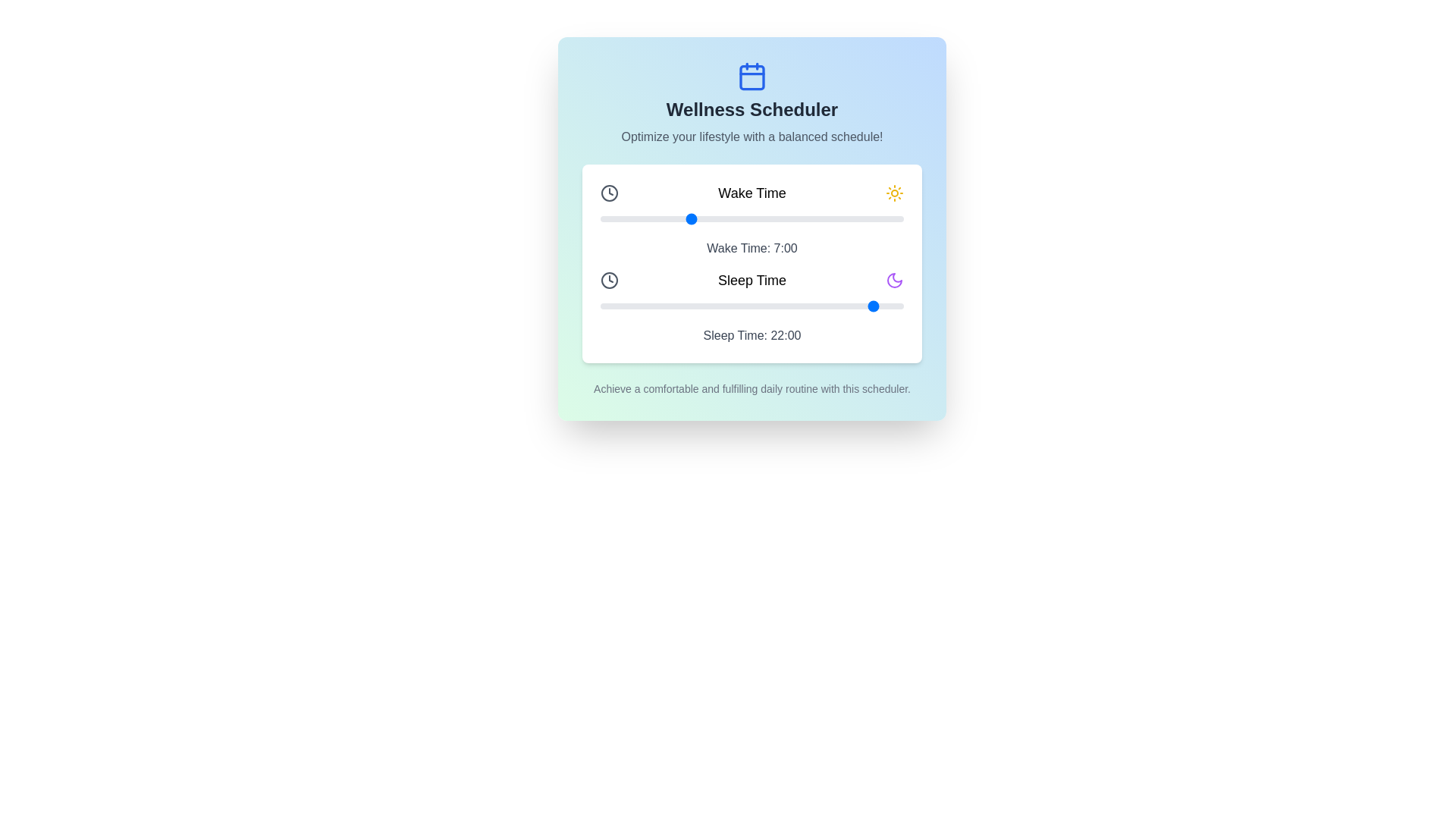  Describe the element at coordinates (739, 219) in the screenshot. I see `the wake time` at that location.